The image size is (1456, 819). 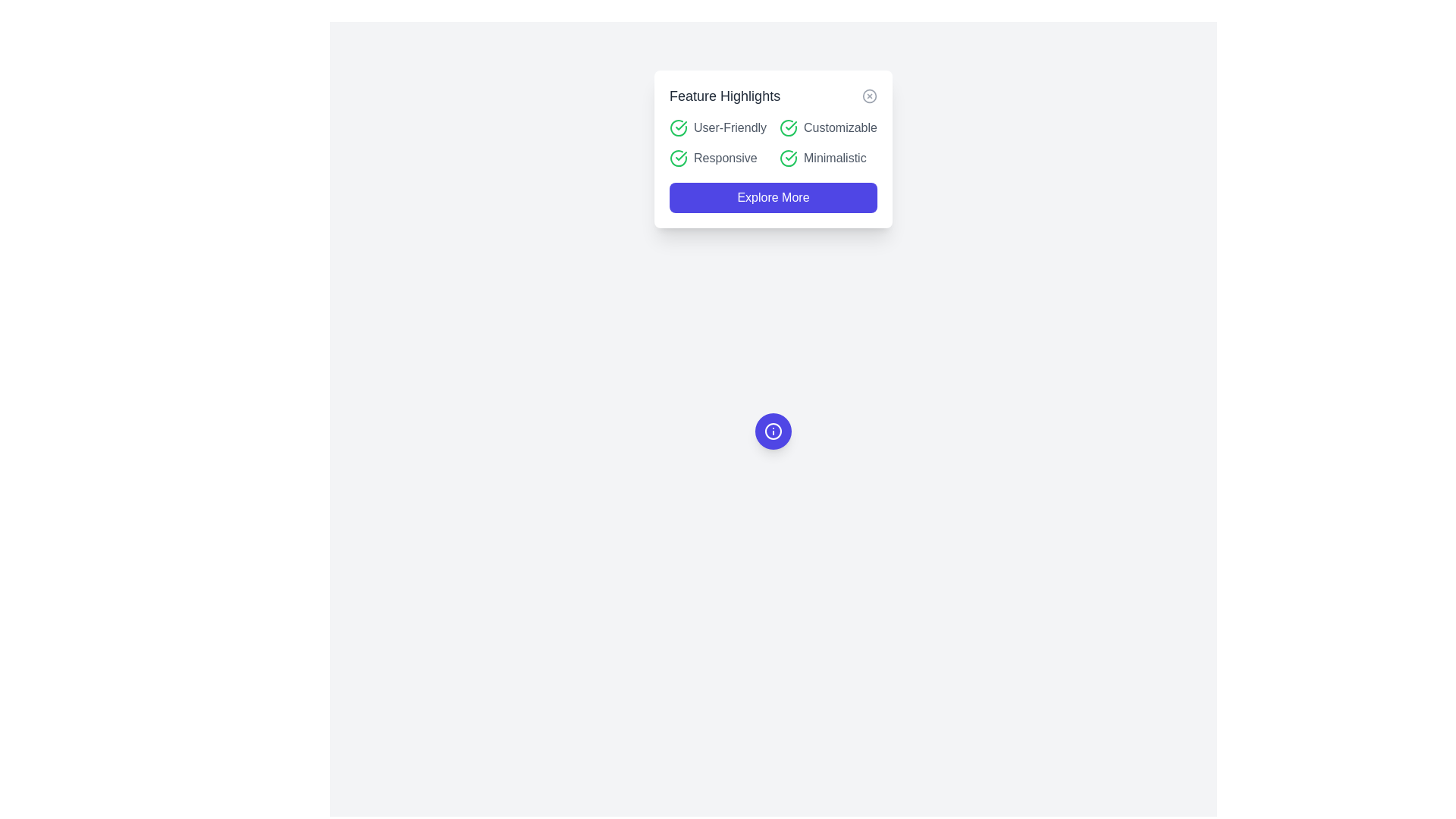 I want to click on the second checkmark graphic icon indicating the 'Responsive' feature in the 'Feature Highlights' section, so click(x=680, y=155).